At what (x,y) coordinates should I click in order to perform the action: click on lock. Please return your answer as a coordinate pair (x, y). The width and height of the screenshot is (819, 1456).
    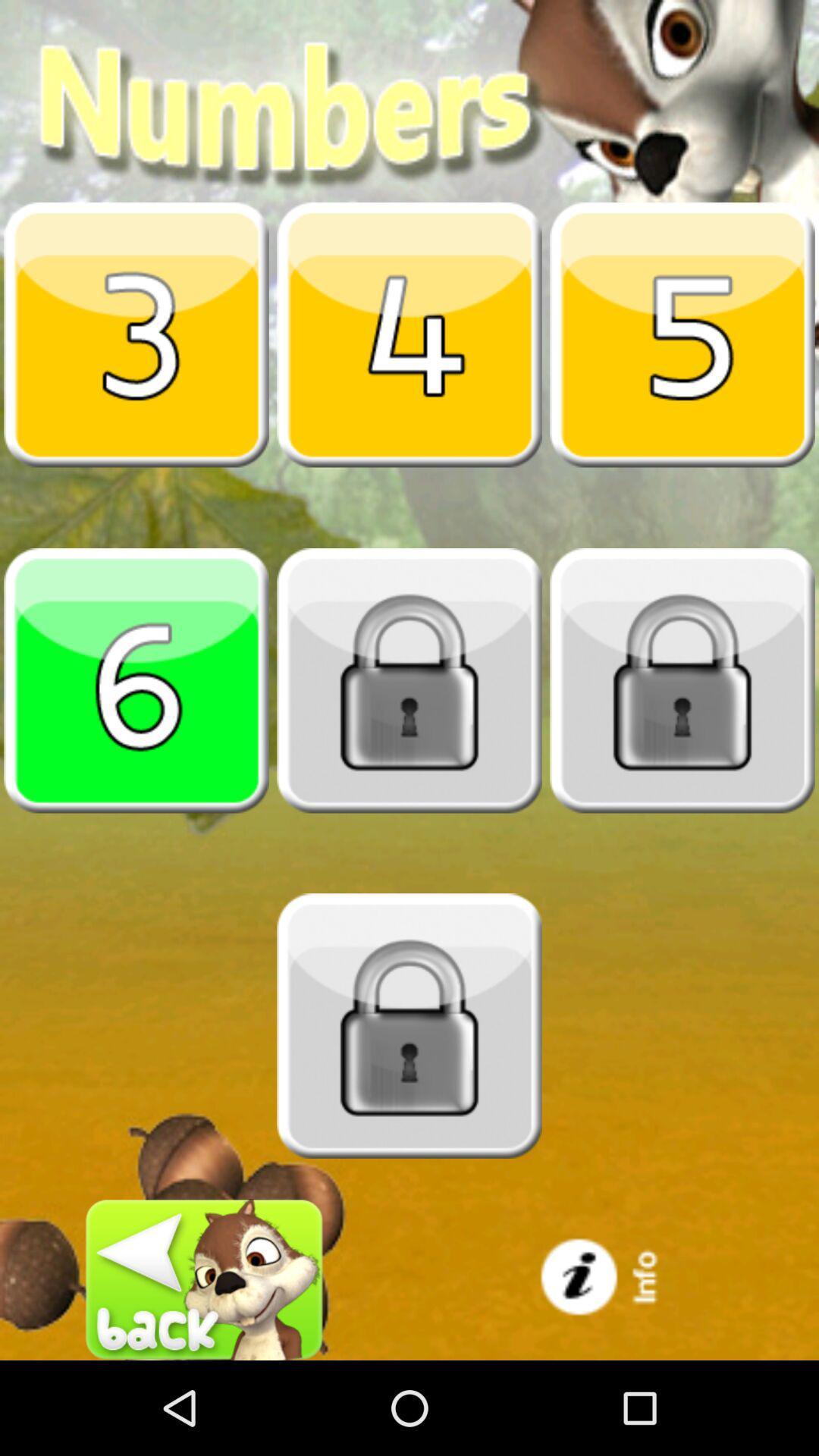
    Looking at the image, I should click on (409, 679).